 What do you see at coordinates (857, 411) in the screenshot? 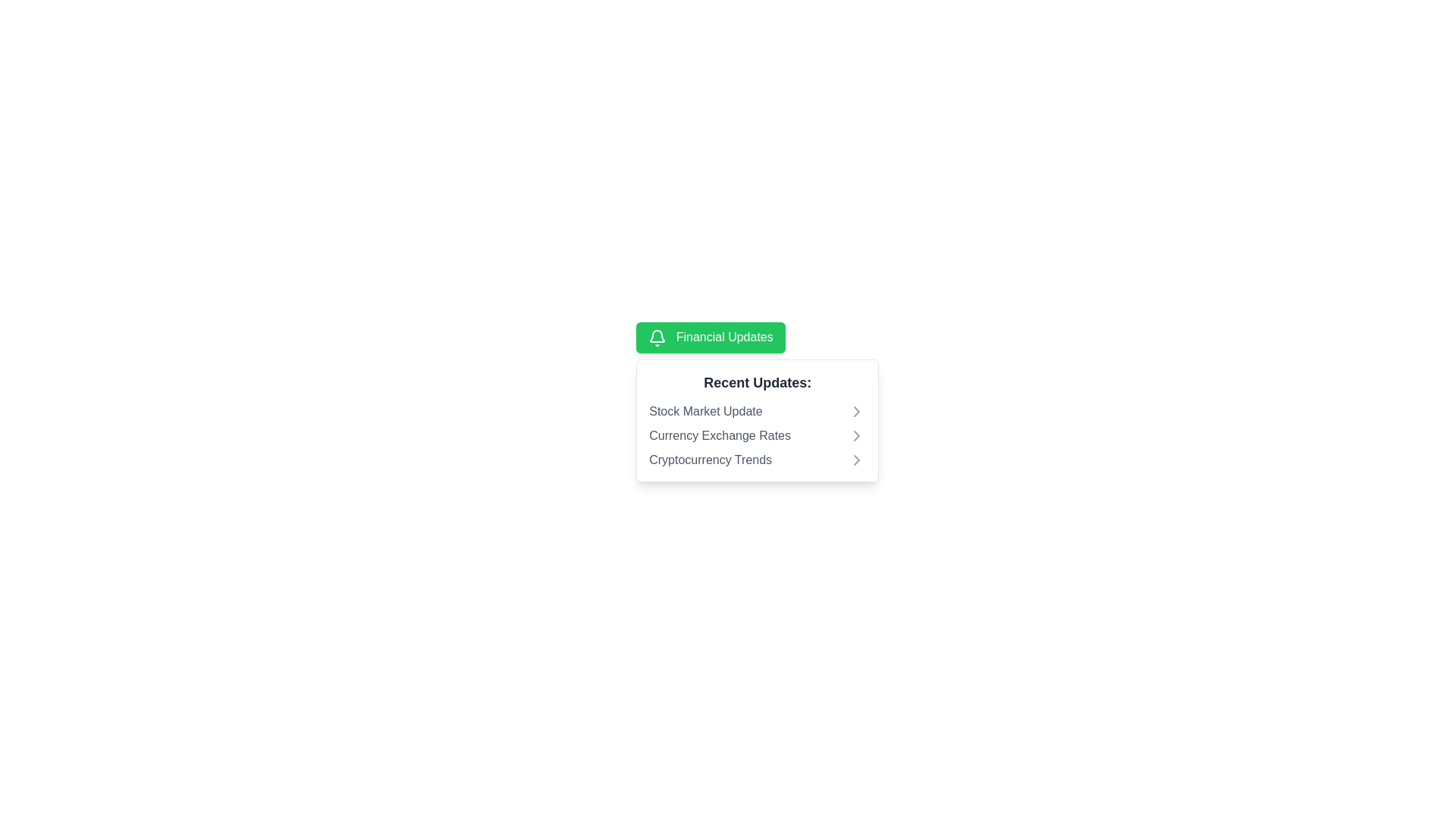
I see `the navigation icon located to the far right of the 'Stock Market Update' text` at bounding box center [857, 411].